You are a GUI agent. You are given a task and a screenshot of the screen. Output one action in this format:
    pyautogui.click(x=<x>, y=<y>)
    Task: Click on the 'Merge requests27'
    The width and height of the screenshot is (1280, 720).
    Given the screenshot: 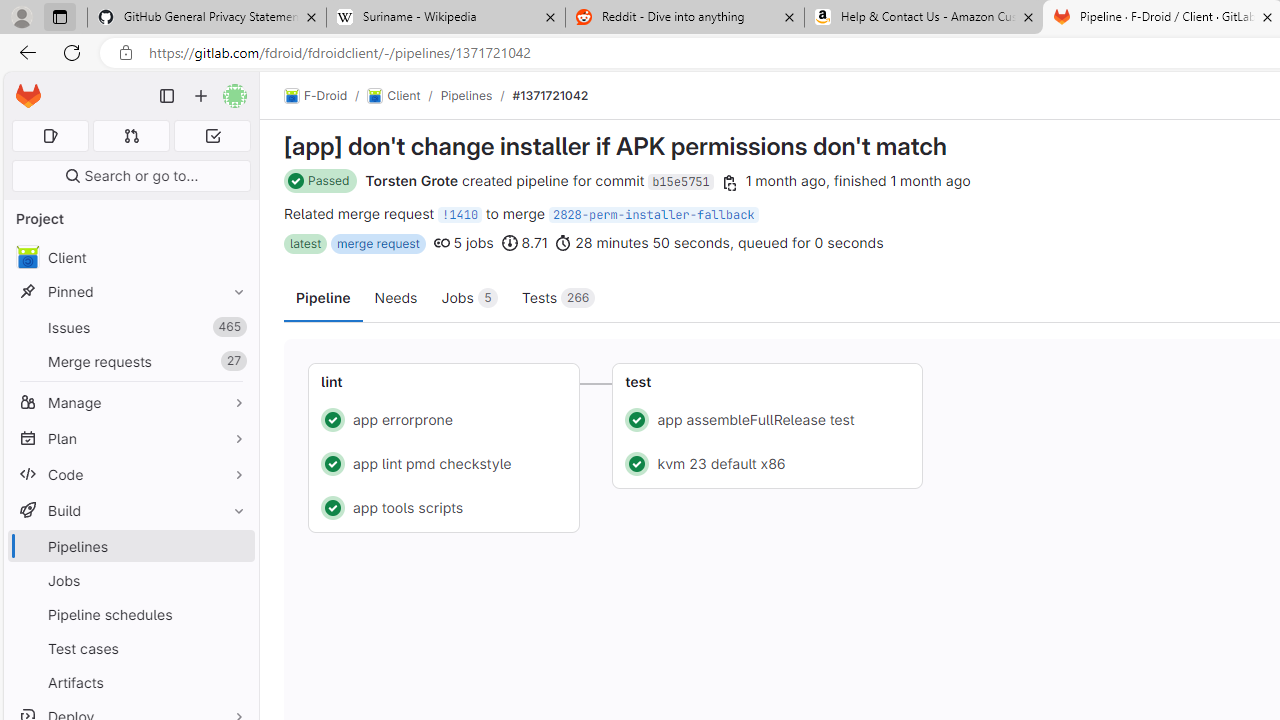 What is the action you would take?
    pyautogui.click(x=130, y=361)
    